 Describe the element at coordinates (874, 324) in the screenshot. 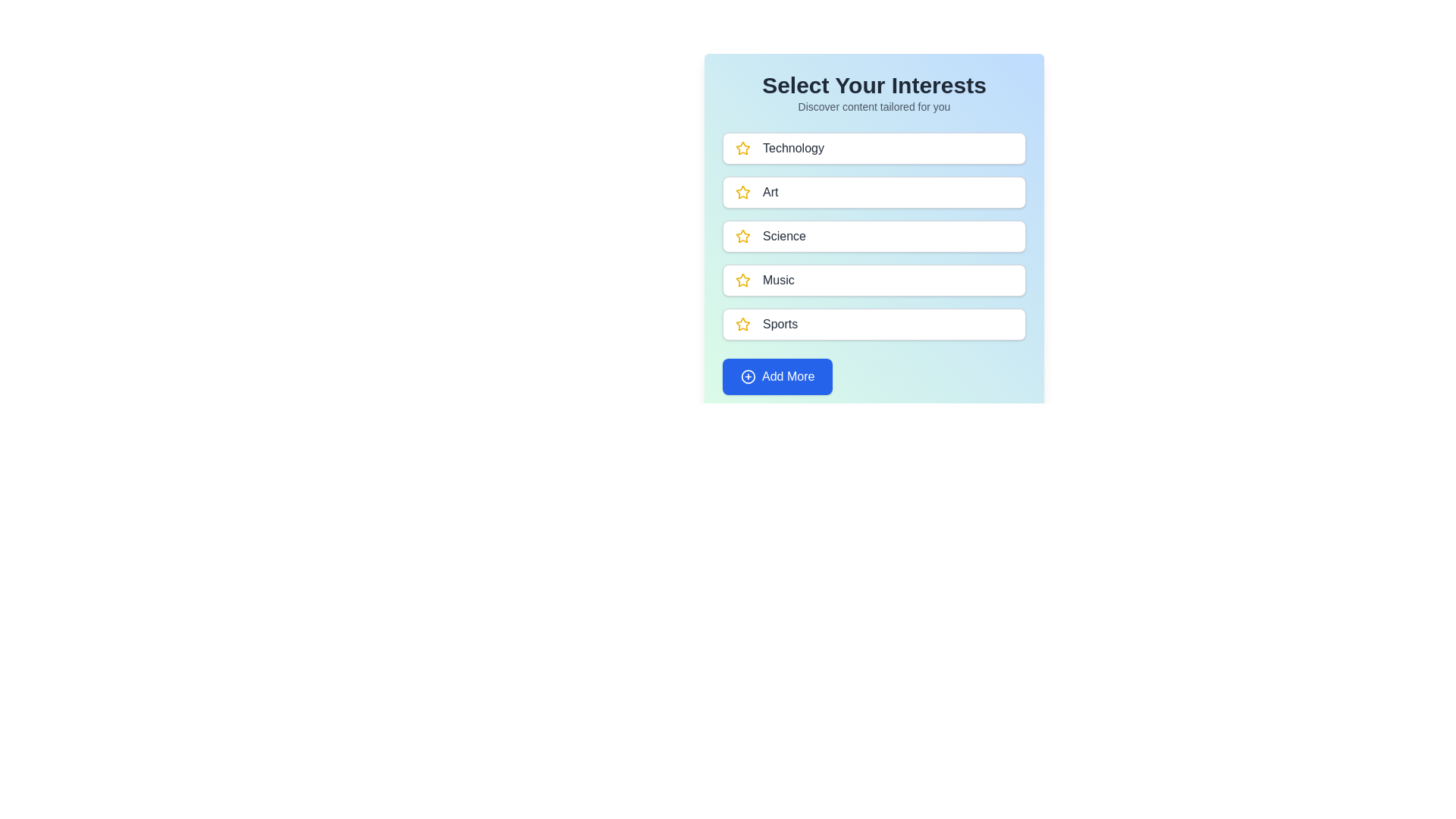

I see `the button corresponding to Sports to select the interest` at that location.